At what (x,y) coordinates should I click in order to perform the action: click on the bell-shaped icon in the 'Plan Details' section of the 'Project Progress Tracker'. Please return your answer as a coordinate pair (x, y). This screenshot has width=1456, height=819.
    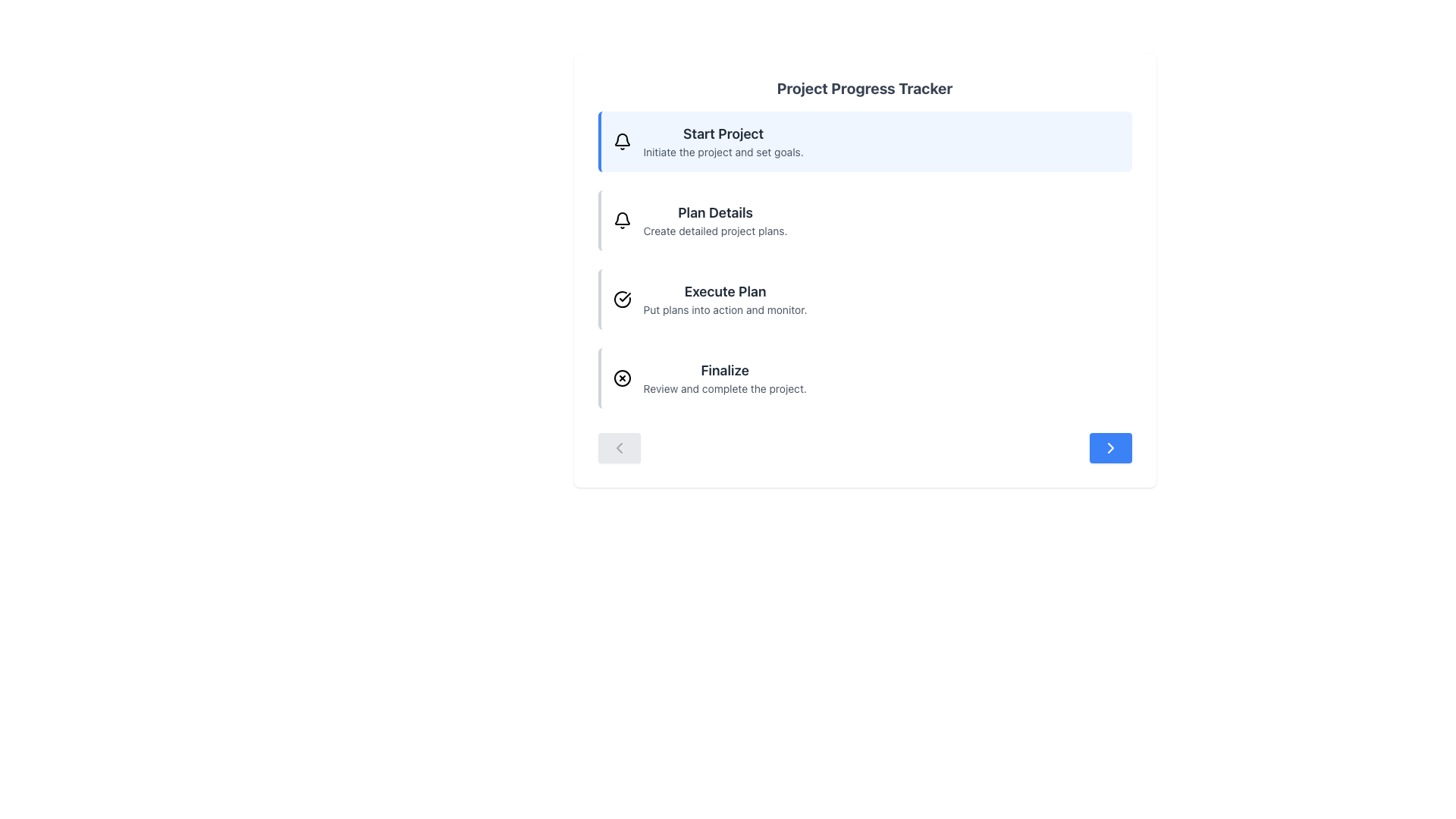
    Looking at the image, I should click on (622, 220).